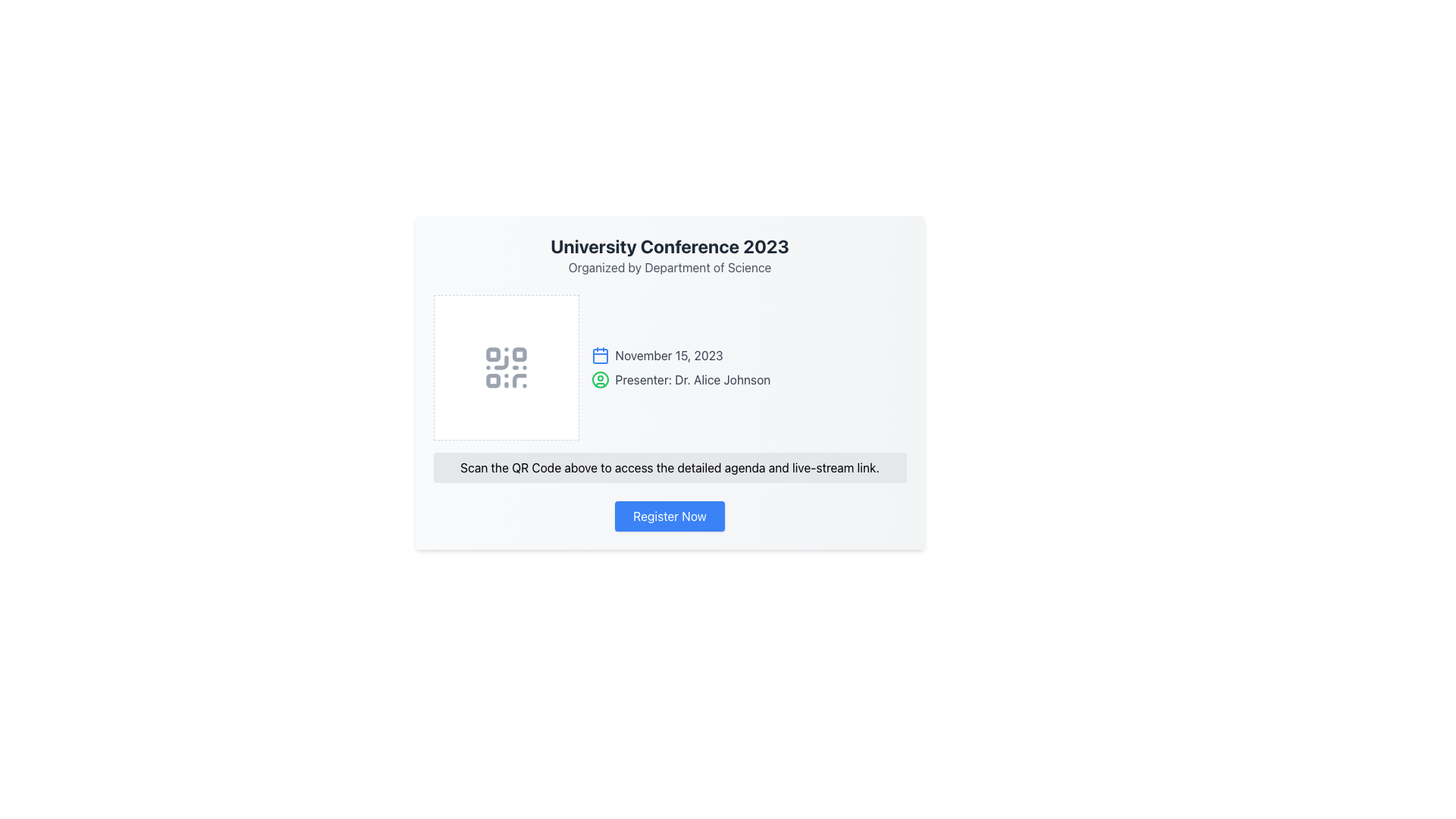 This screenshot has width=1456, height=819. Describe the element at coordinates (748, 356) in the screenshot. I see `the static information display element that shows the date of the event, located on the right-hand side of the layout above the presenter's name and picture` at that location.